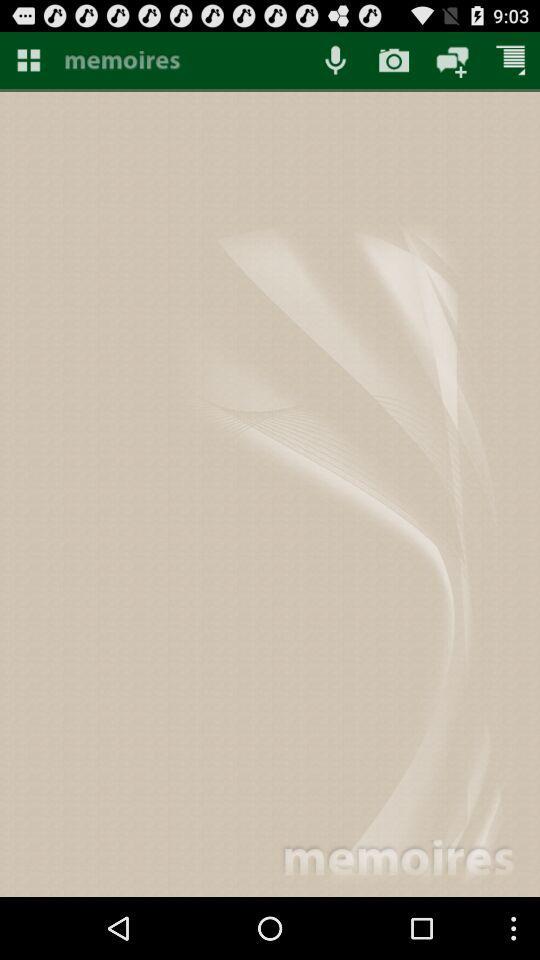 The width and height of the screenshot is (540, 960). I want to click on the microphone icon, so click(335, 64).